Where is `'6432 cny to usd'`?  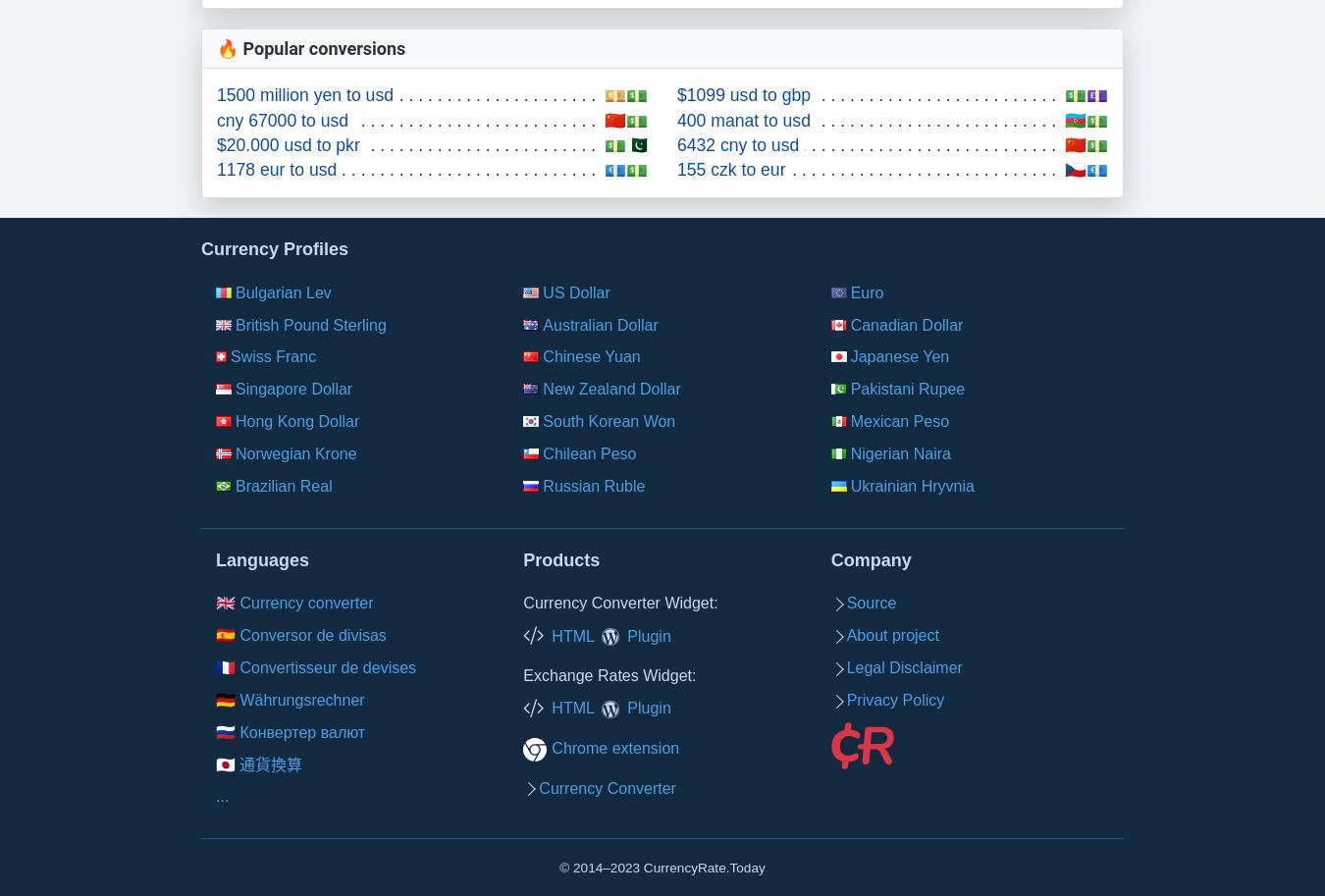
'6432 cny to usd' is located at coordinates (675, 142).